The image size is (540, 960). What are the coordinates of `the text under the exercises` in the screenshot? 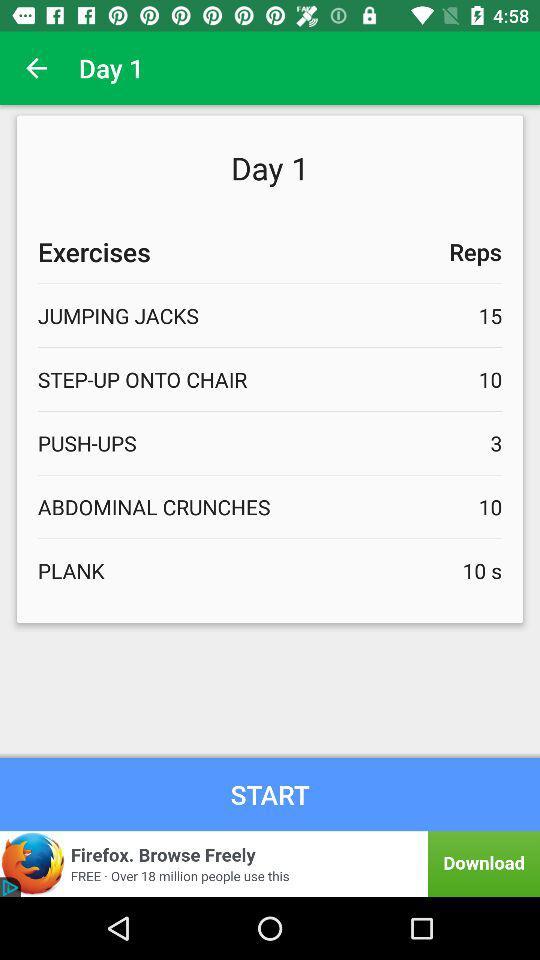 It's located at (270, 315).